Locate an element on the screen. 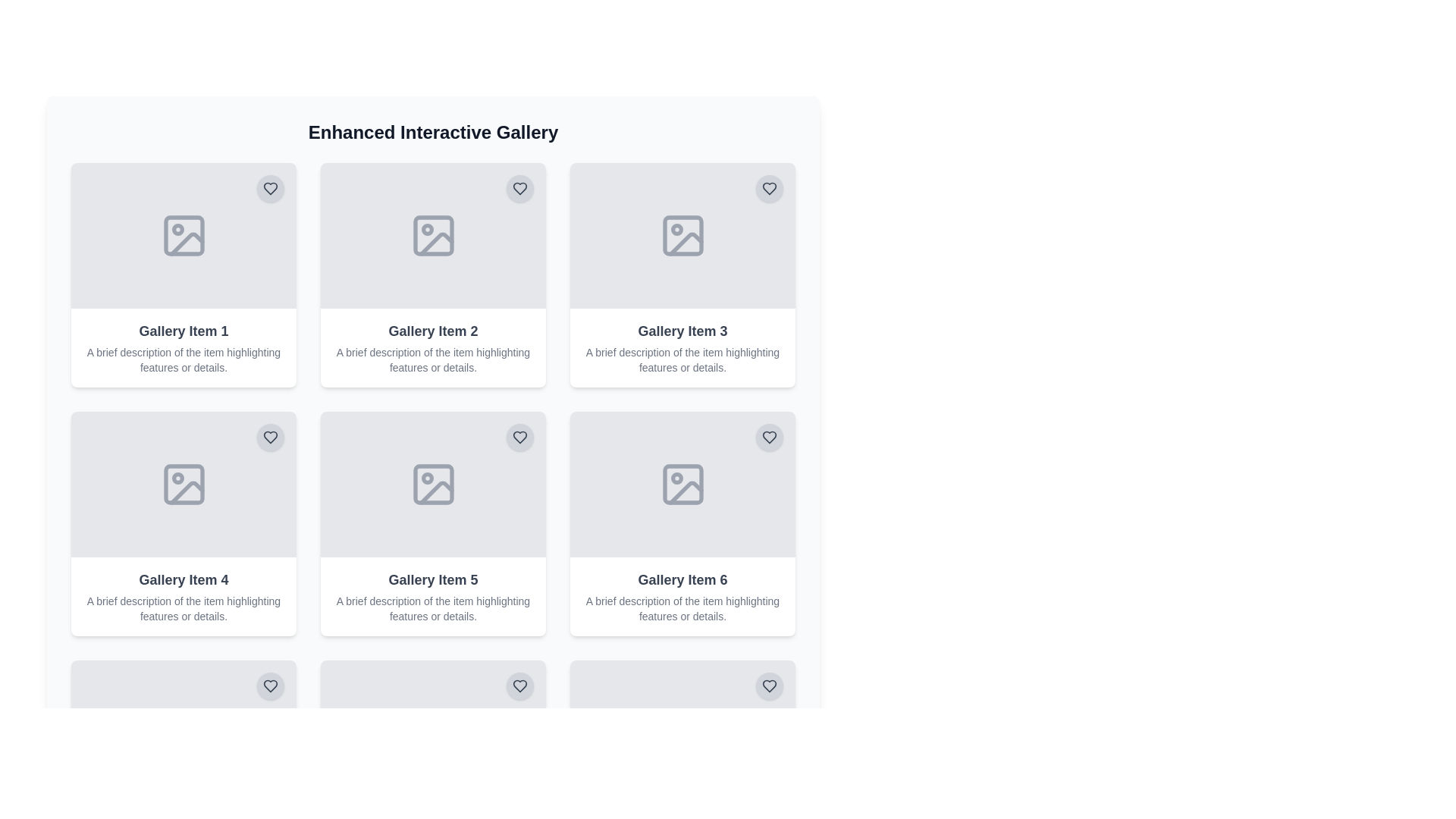 The image size is (1456, 819). the header text element located at the bottom right of the gallery layout, specifically in the third column and second row, which serves as a heading for a gallery item is located at coordinates (682, 579).